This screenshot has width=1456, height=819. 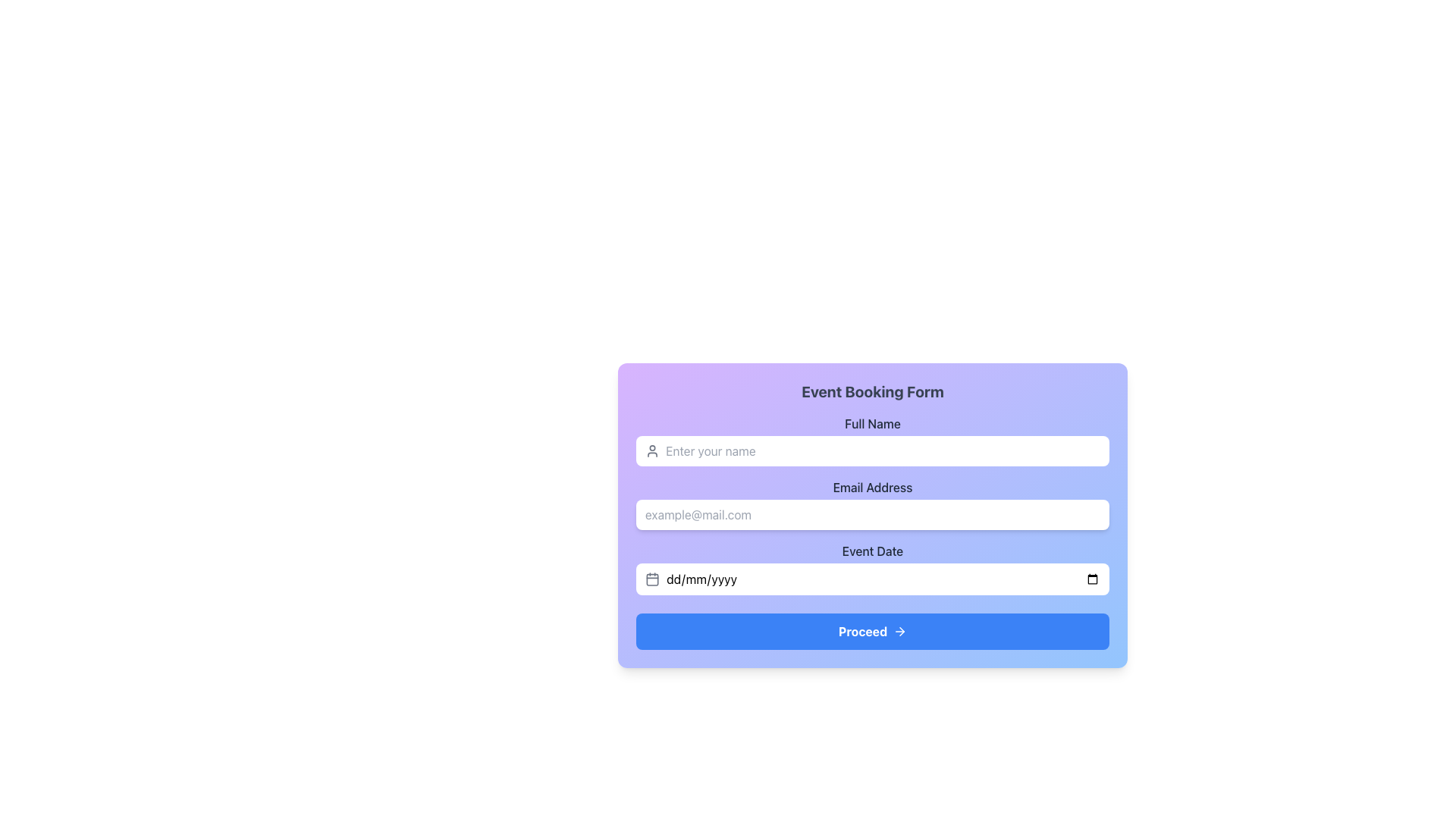 What do you see at coordinates (900, 632) in the screenshot?
I see `the small right-pointing arrow icon located within the 'Proceed' button at the bottom of the form interface` at bounding box center [900, 632].